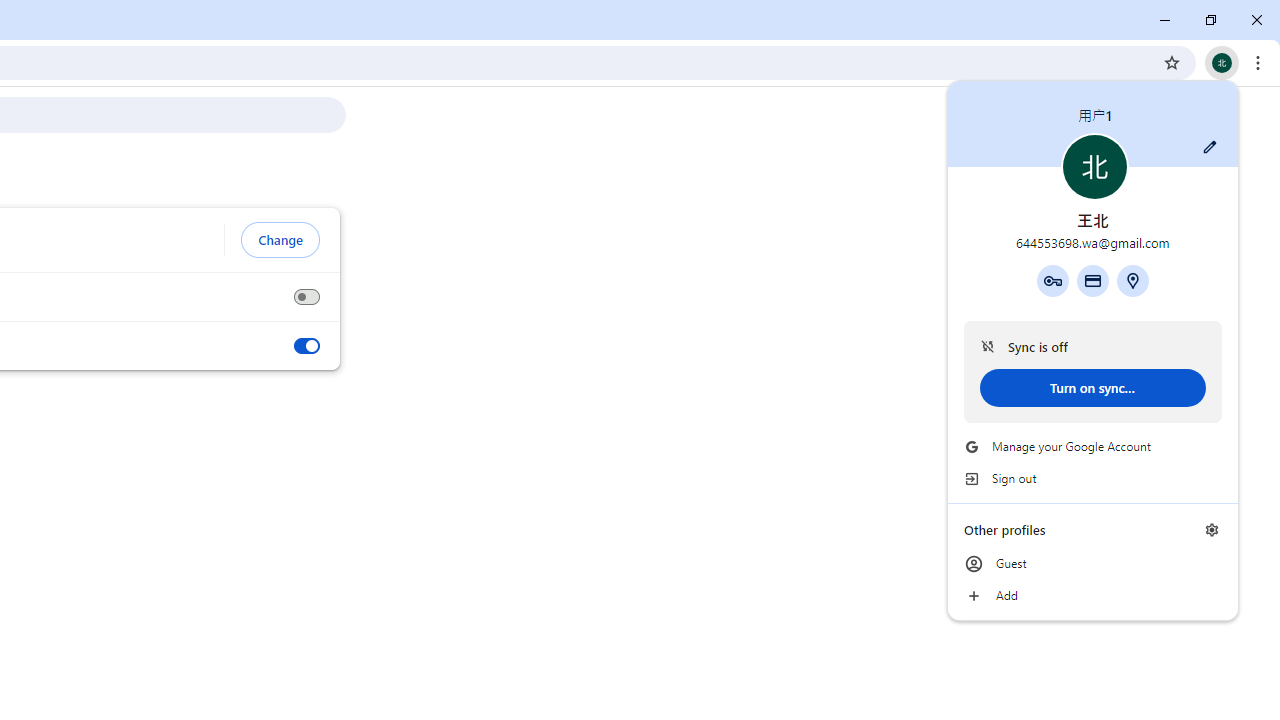 The image size is (1280, 720). I want to click on 'Guest', so click(1092, 564).